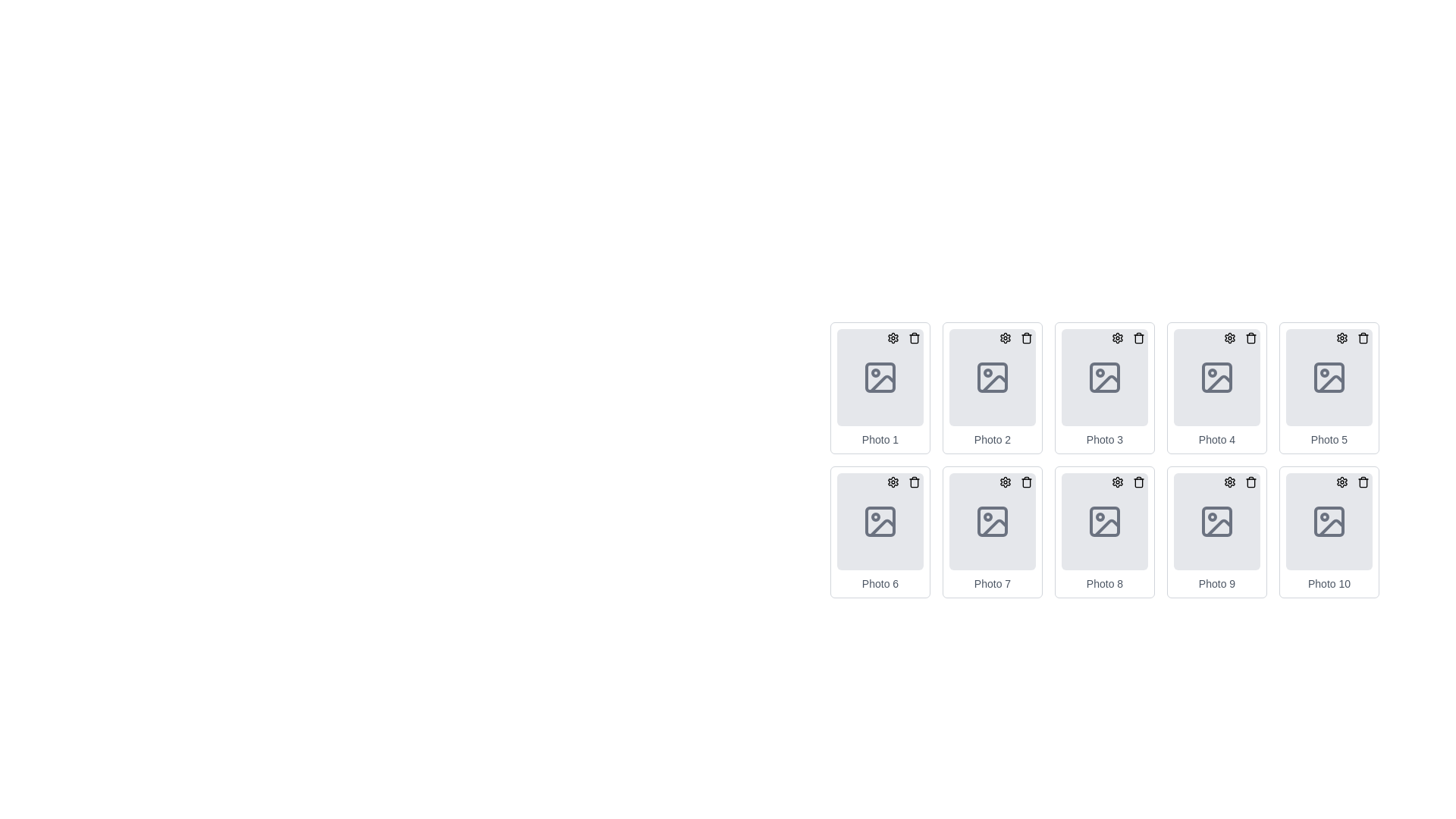  Describe the element at coordinates (993, 532) in the screenshot. I see `the 'Photo 7' card located in the second row, second column of the grid layout` at that location.